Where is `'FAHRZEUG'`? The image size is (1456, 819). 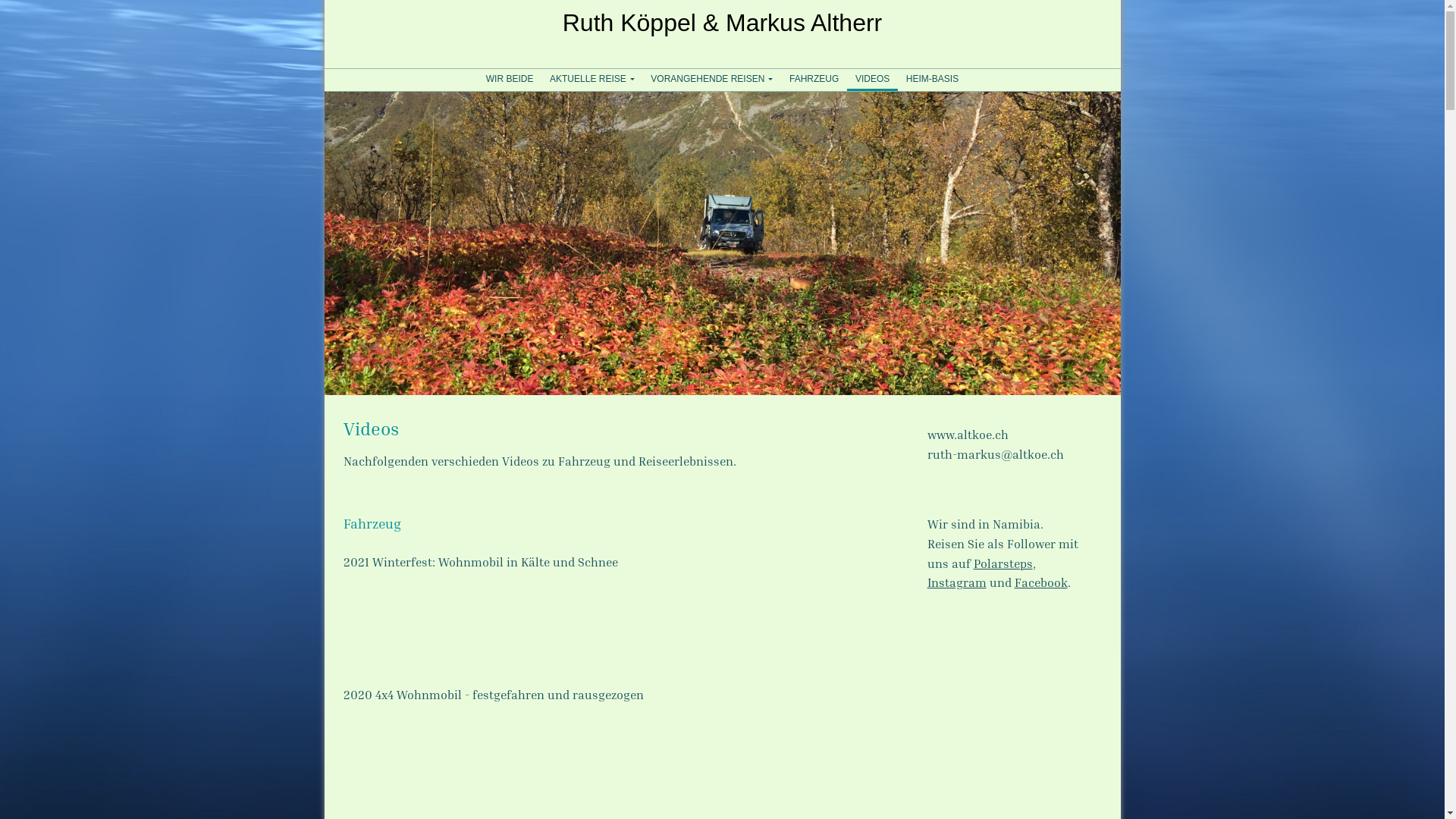 'FAHRZEUG' is located at coordinates (781, 79).